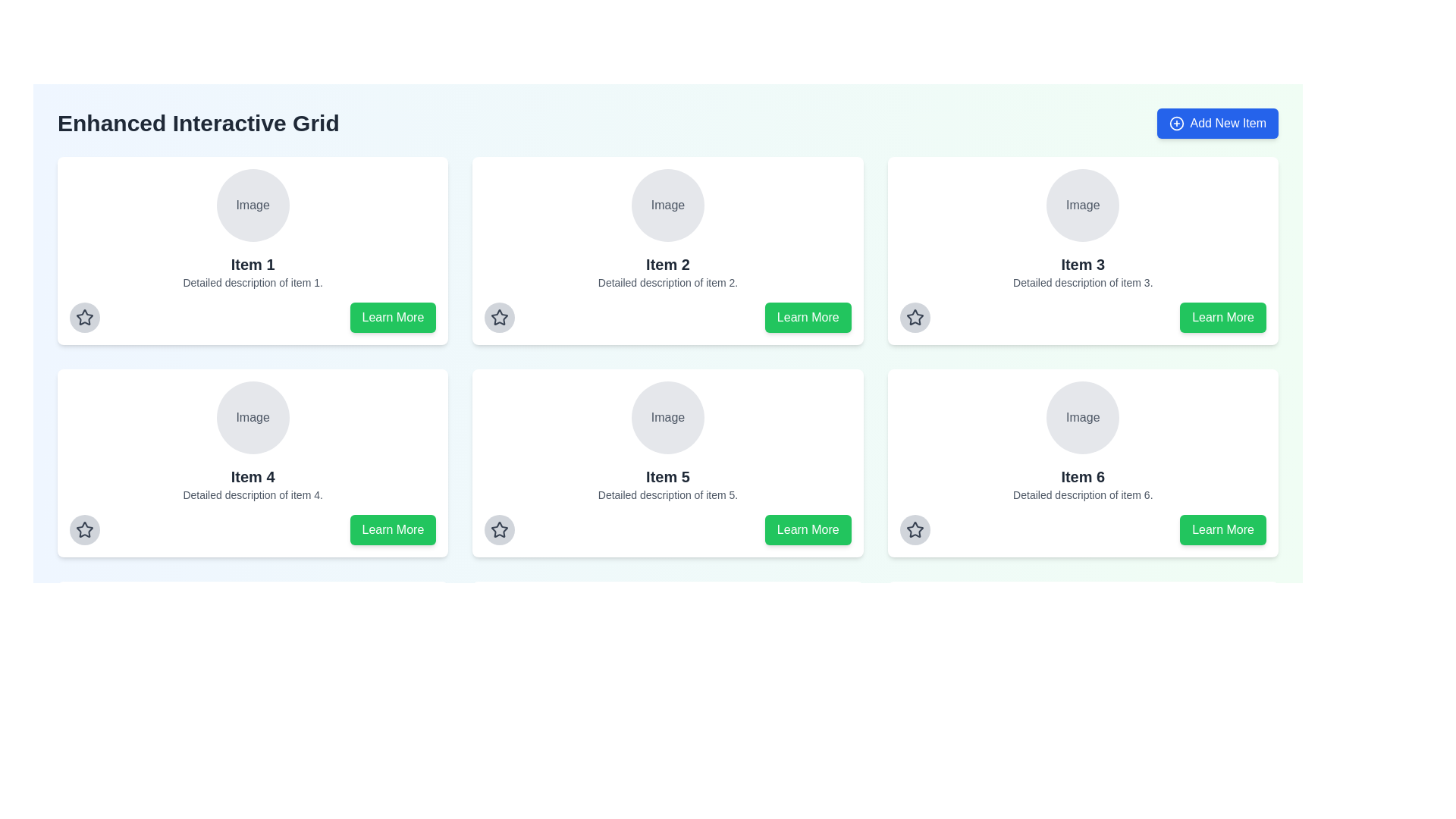  What do you see at coordinates (1082, 494) in the screenshot?
I see `the text snippet reading 'Detailed description of item 6.' located at the bottom section of the 'Item 6' card, underneath the title text 'Item 6'` at bounding box center [1082, 494].